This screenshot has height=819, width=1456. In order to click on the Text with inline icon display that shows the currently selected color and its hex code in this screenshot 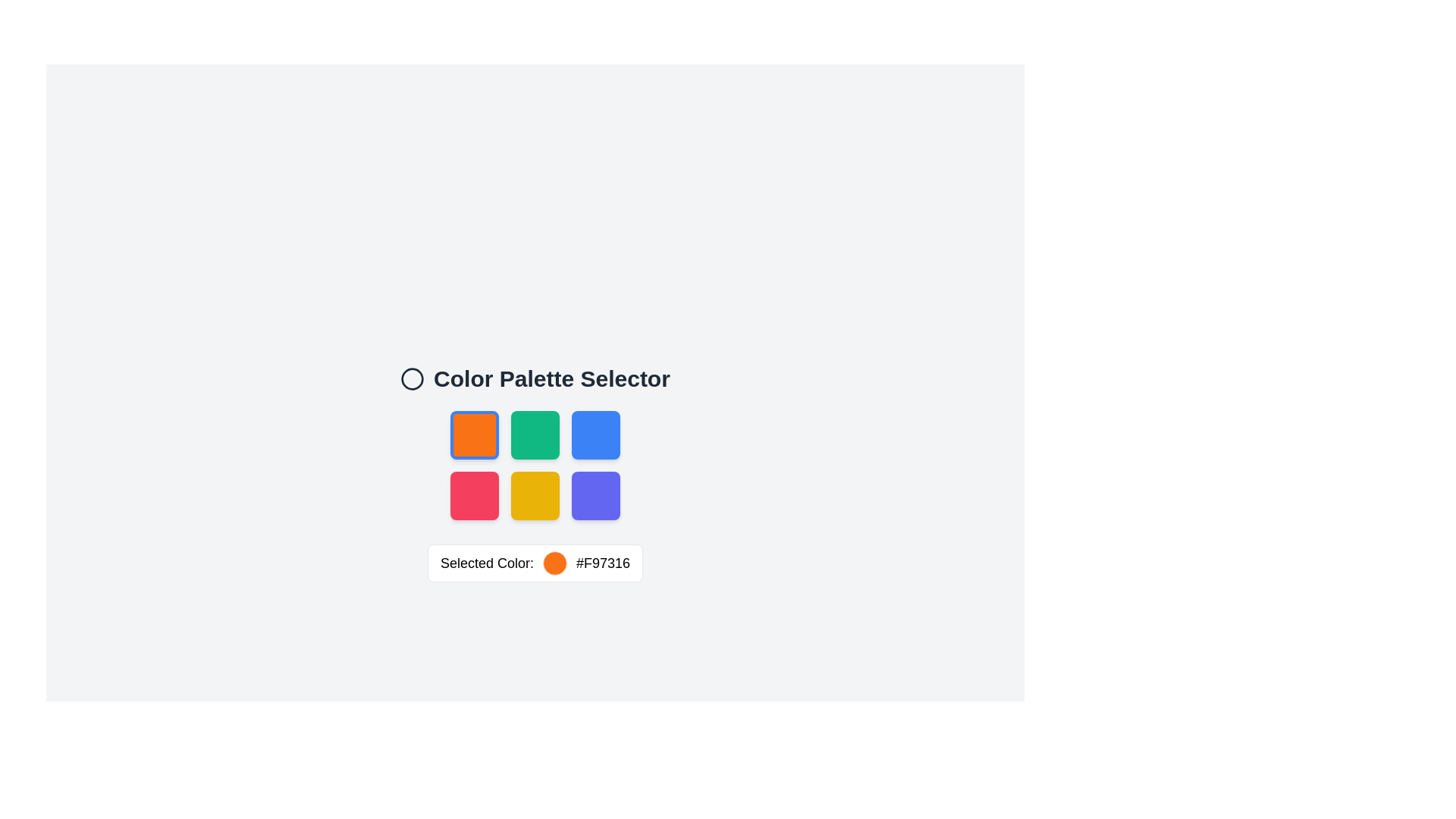, I will do `click(535, 563)`.